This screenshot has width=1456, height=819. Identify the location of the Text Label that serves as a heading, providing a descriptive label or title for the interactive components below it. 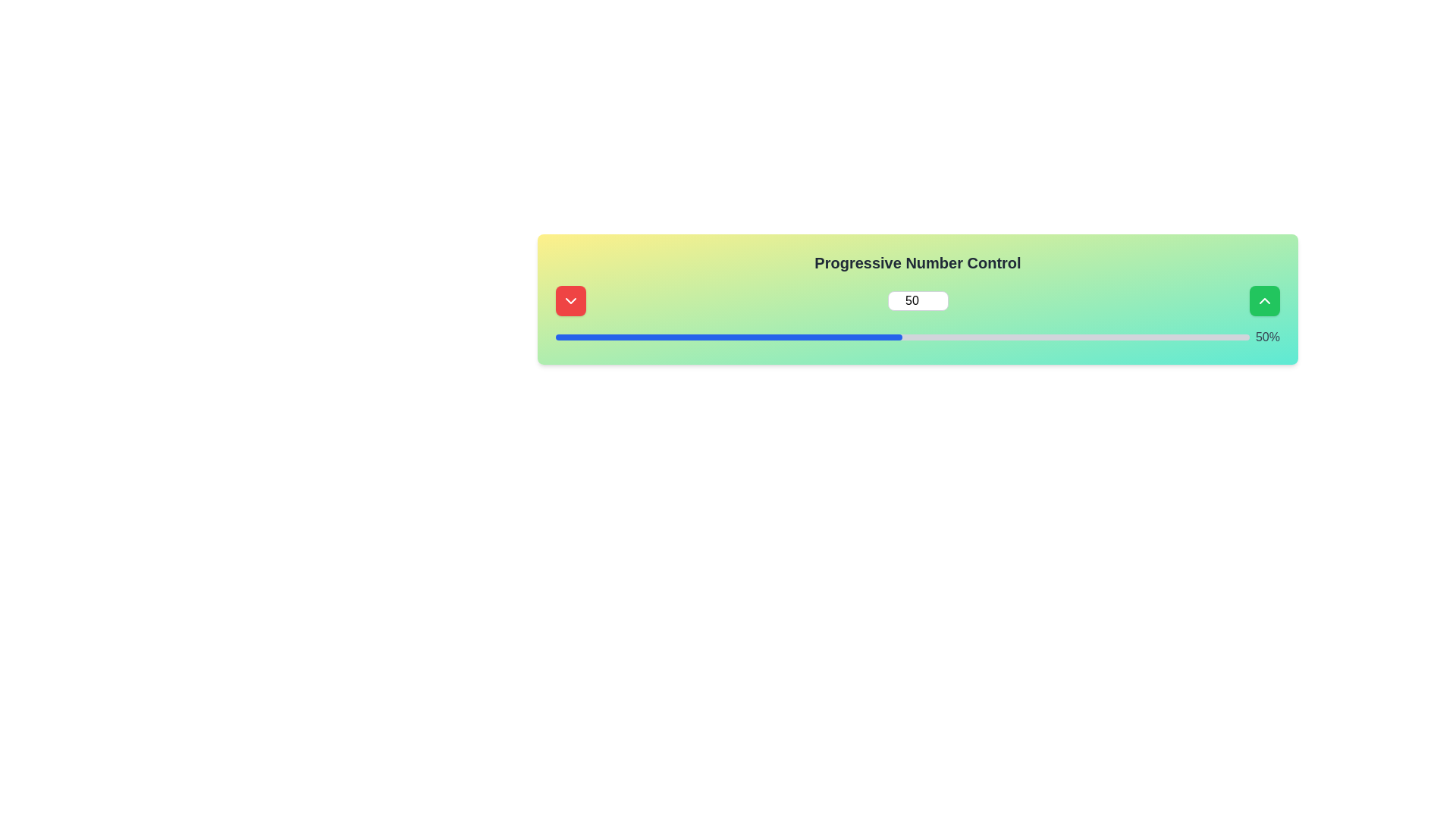
(917, 262).